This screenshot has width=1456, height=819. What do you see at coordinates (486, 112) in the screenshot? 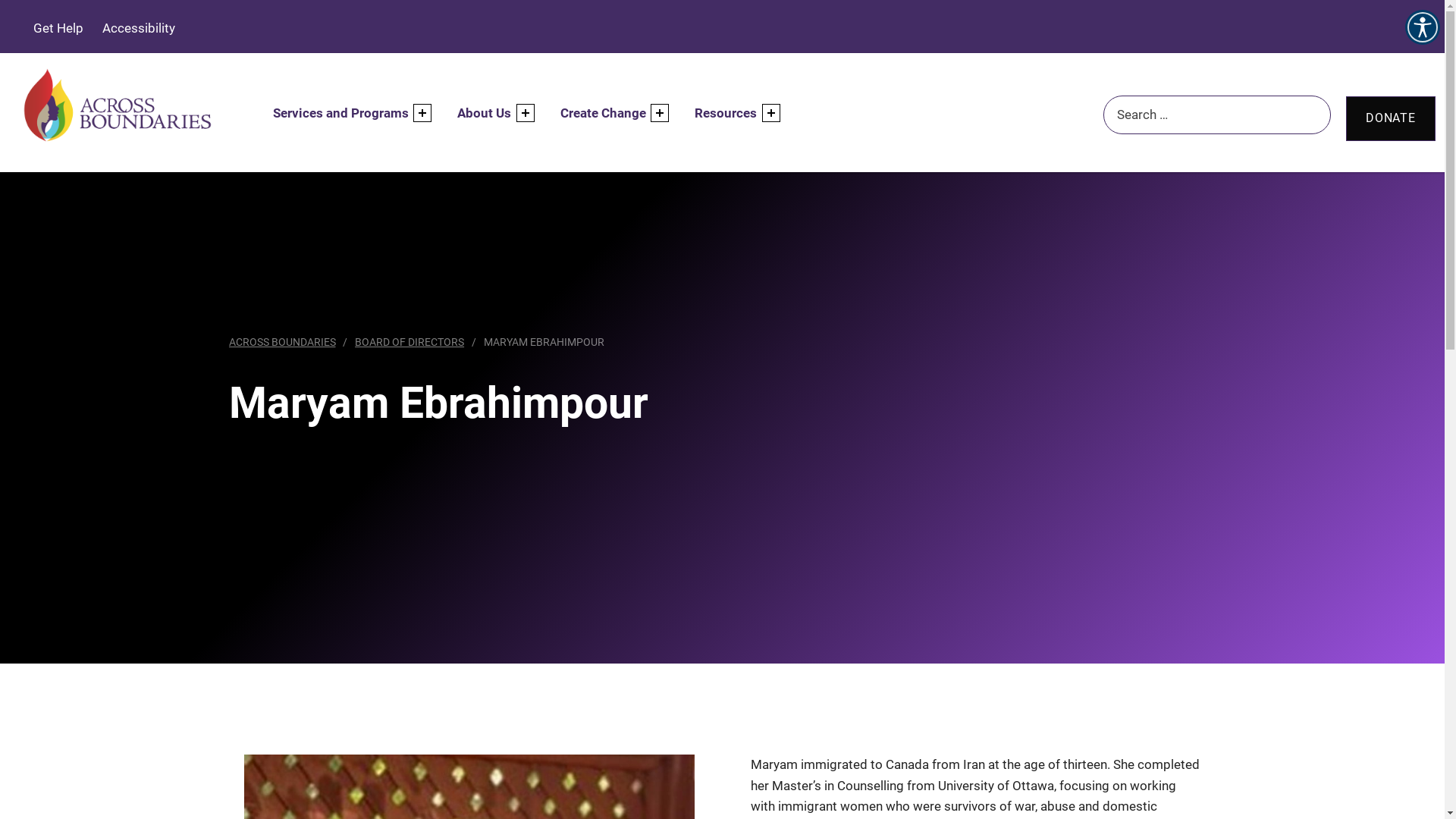
I see `'About Us'` at bounding box center [486, 112].